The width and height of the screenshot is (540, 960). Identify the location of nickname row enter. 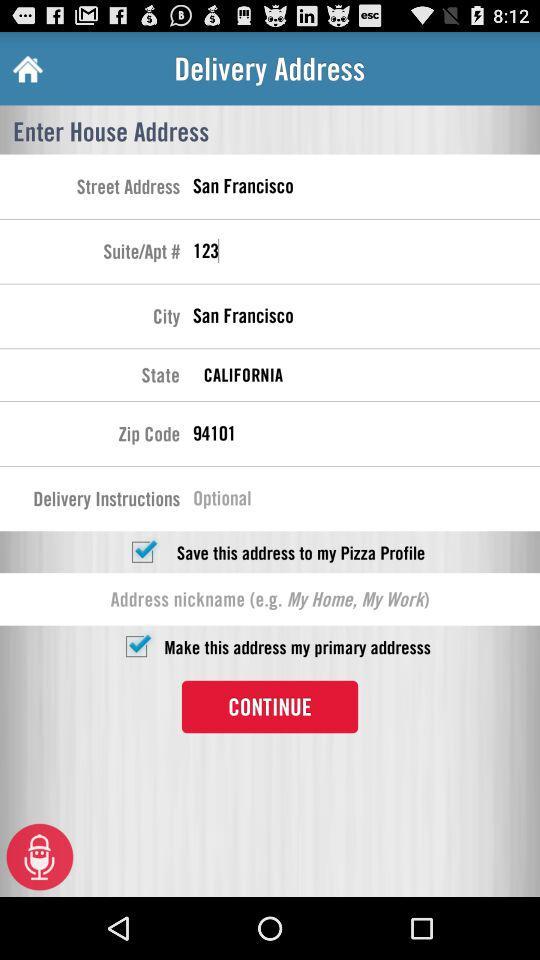
(270, 599).